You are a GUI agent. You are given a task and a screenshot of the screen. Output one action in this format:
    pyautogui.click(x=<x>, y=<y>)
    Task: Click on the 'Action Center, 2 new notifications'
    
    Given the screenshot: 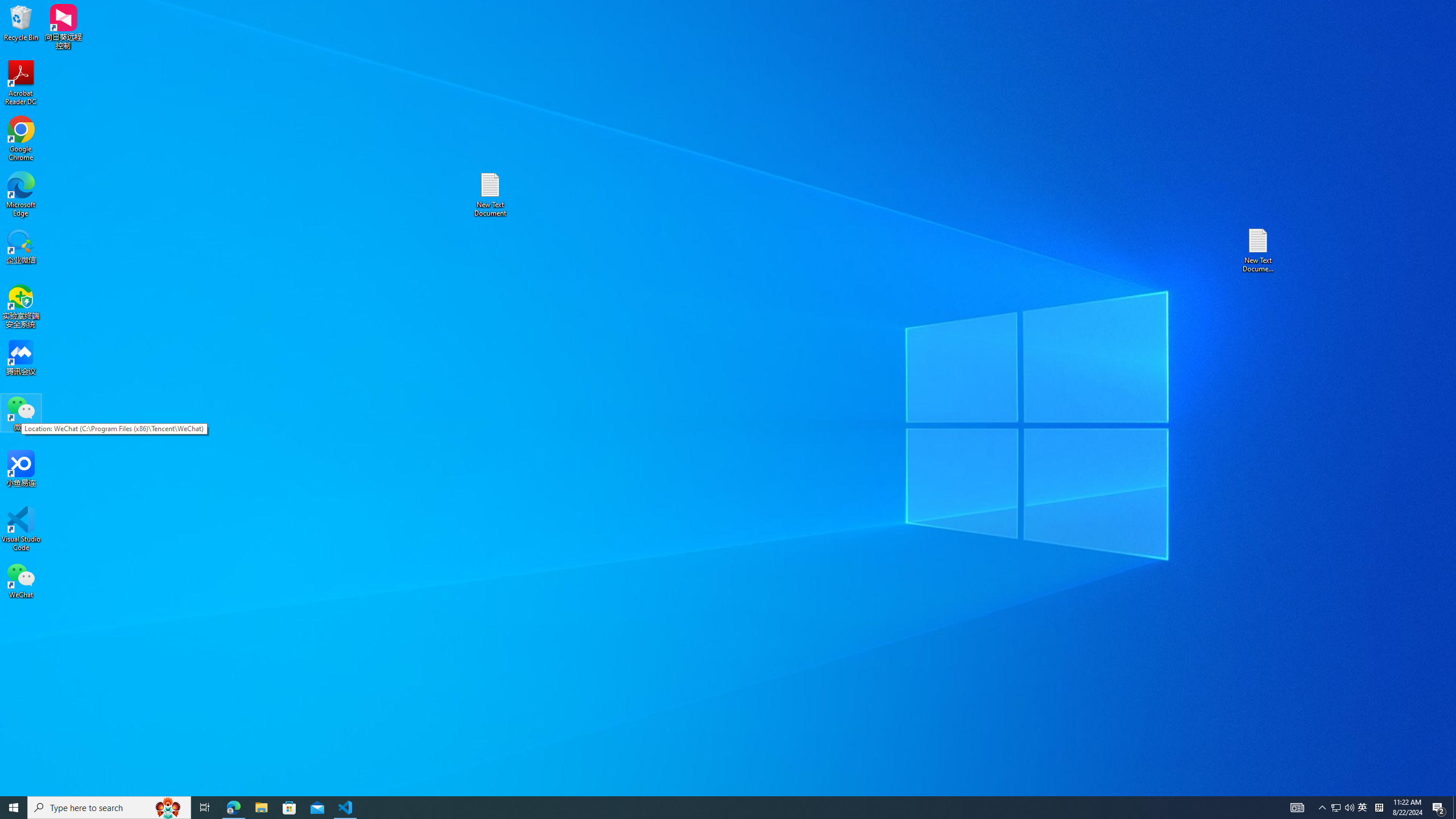 What is the action you would take?
    pyautogui.click(x=1439, y=806)
    